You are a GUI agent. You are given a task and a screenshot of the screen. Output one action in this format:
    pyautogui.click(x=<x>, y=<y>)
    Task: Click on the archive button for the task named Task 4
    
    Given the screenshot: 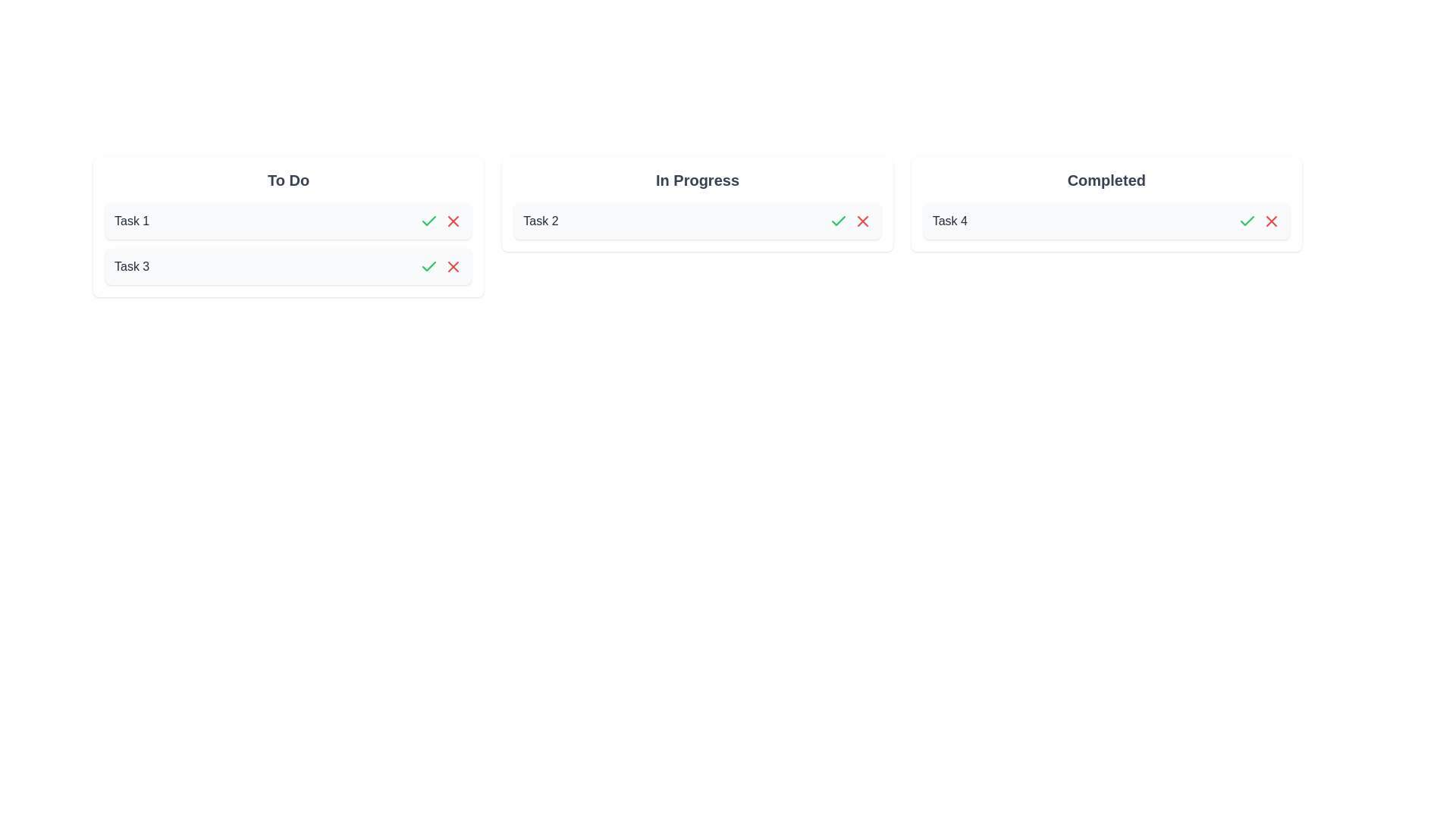 What is the action you would take?
    pyautogui.click(x=1271, y=221)
    